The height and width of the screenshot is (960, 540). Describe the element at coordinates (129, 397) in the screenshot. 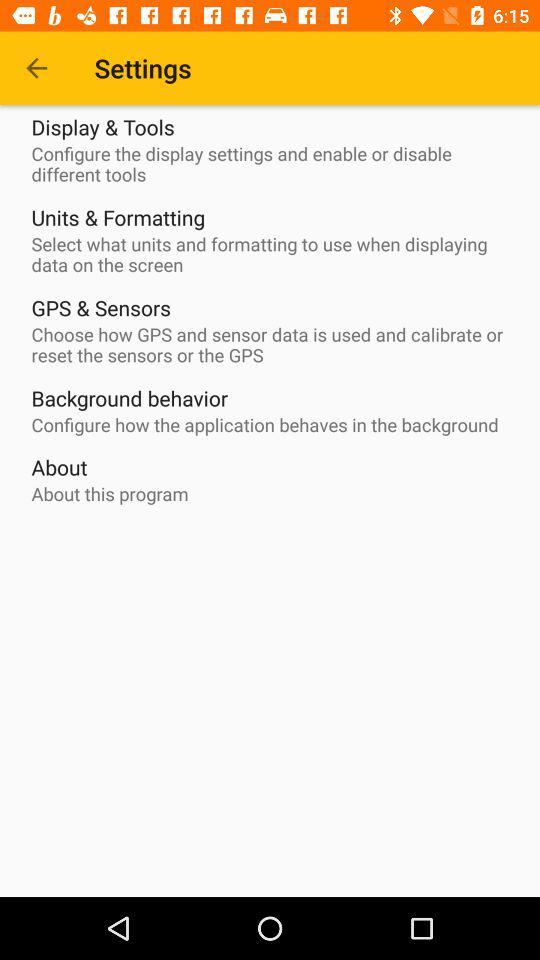

I see `item above the configure how the item` at that location.